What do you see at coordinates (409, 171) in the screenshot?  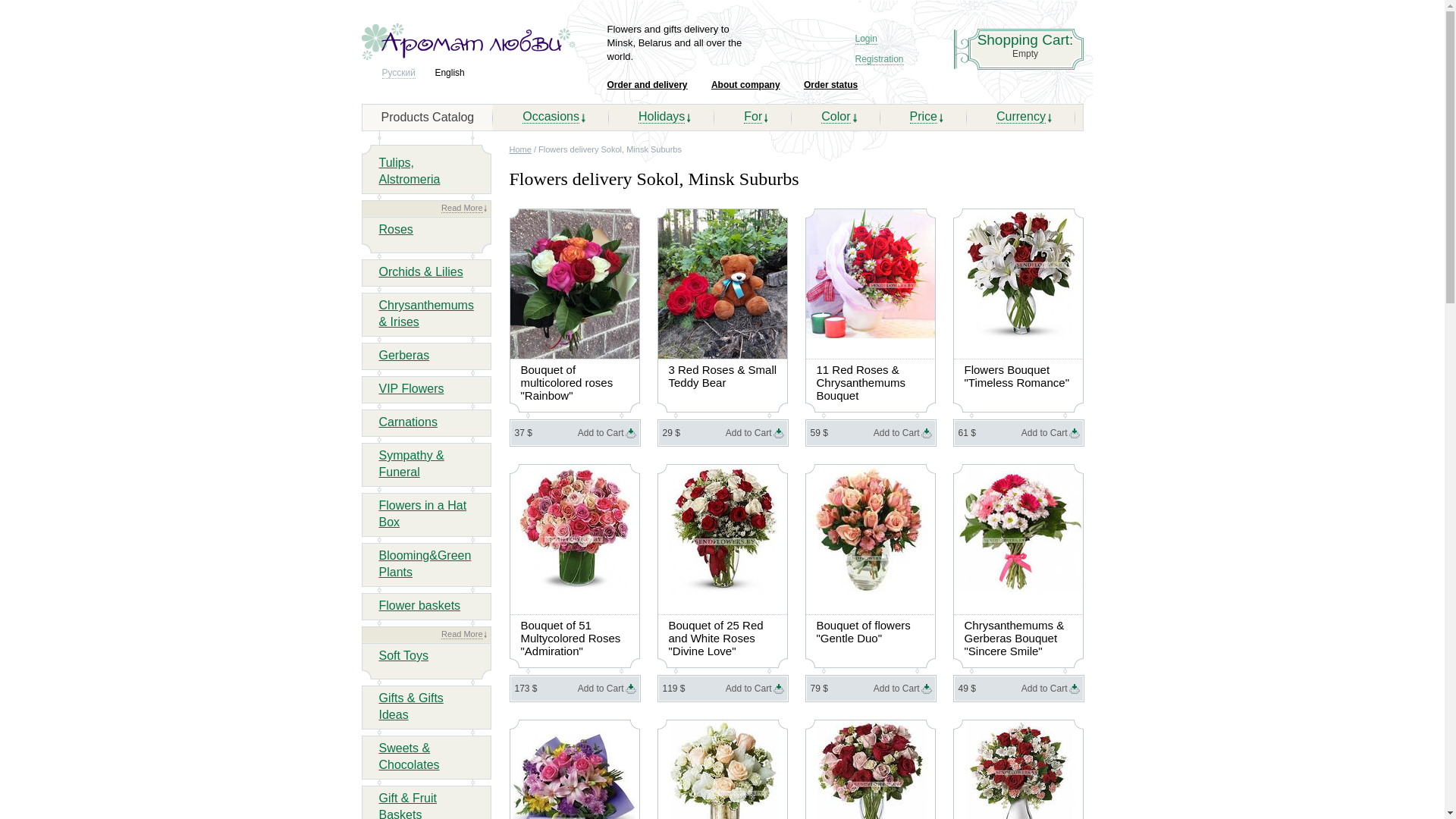 I see `'Tulips, Alstromeria'` at bounding box center [409, 171].